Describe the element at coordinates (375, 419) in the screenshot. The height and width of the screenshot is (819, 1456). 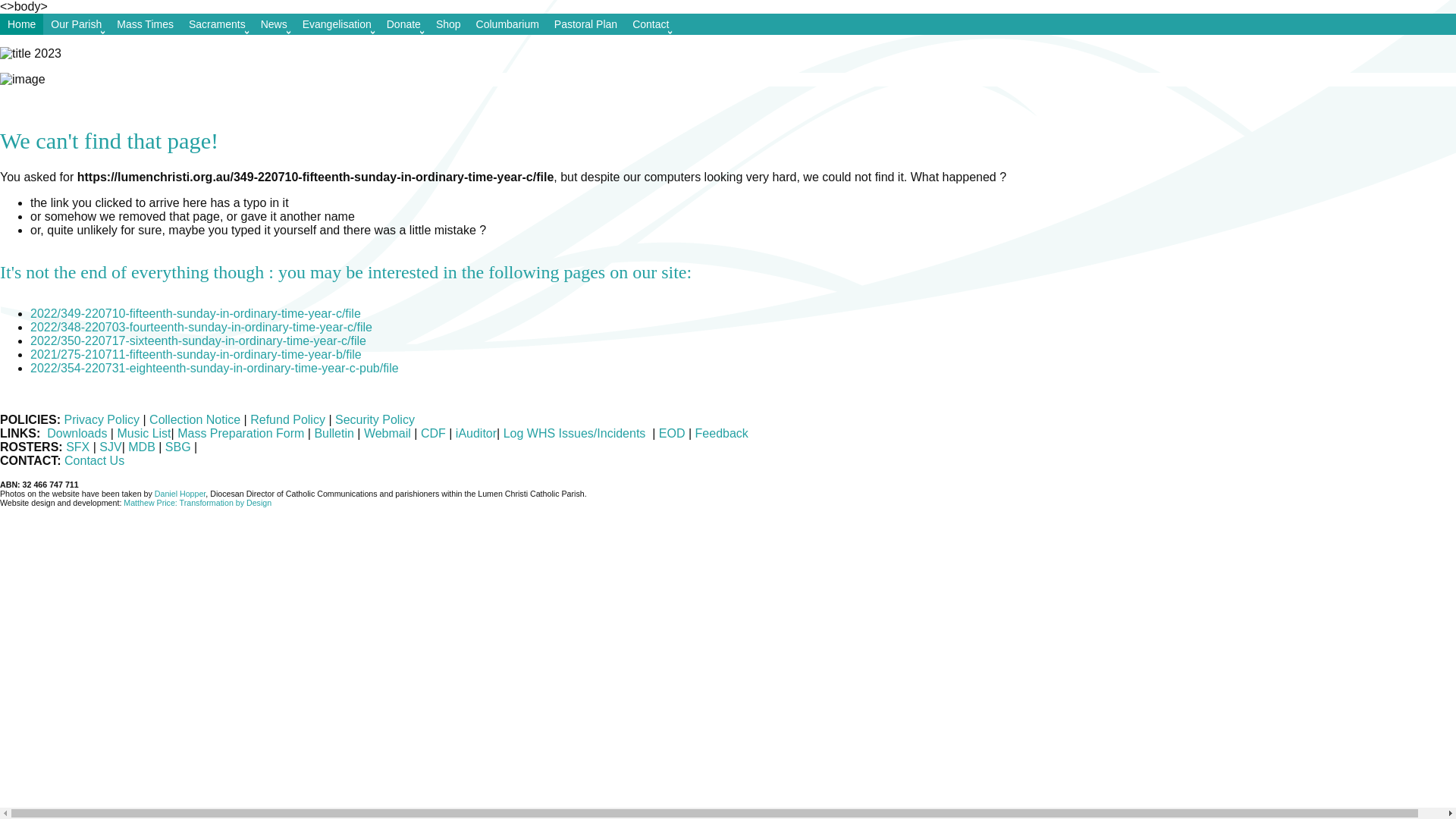
I see `'Security Policy'` at that location.